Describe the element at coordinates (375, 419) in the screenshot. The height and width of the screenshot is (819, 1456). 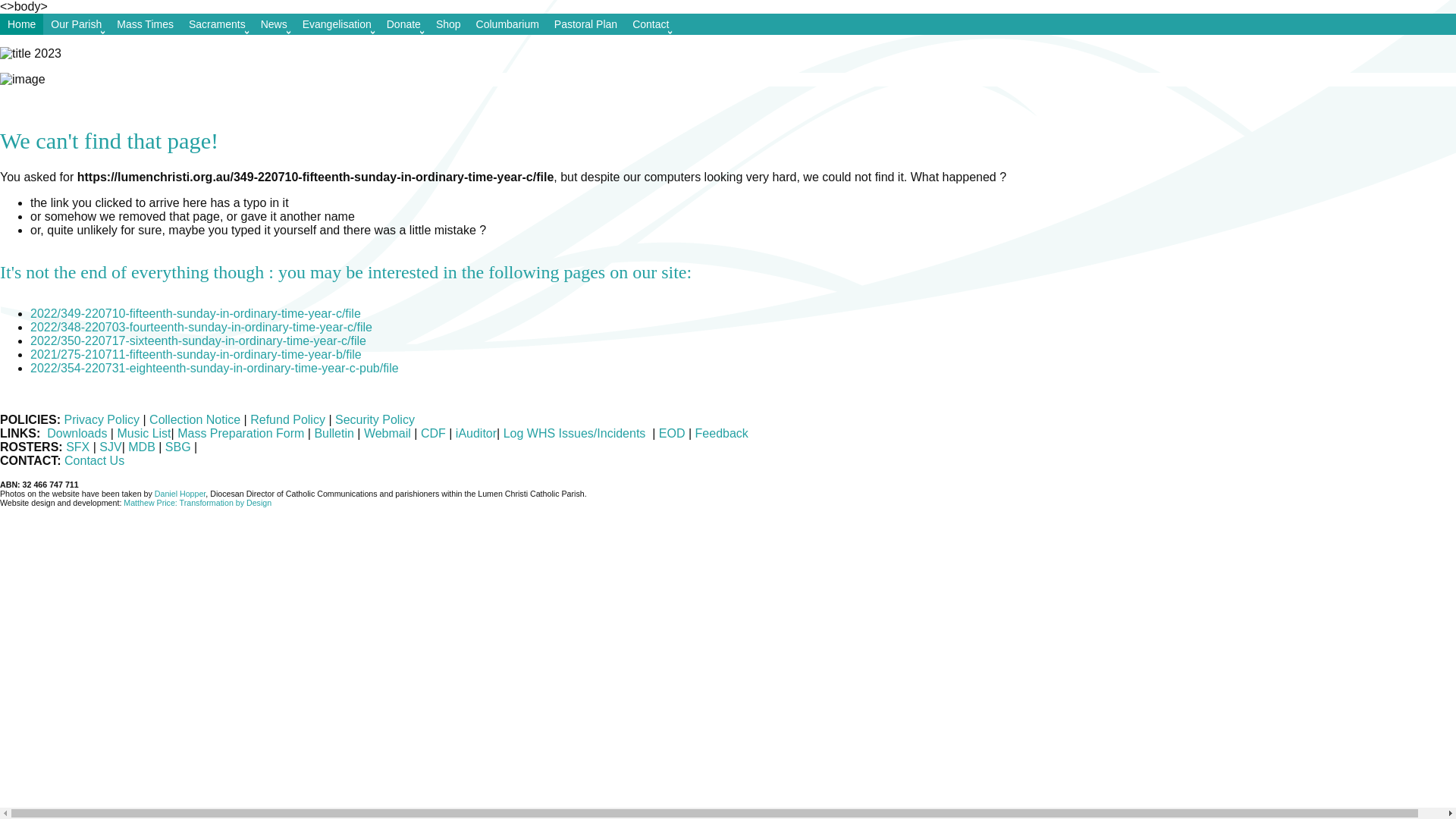
I see `'Security Policy'` at that location.